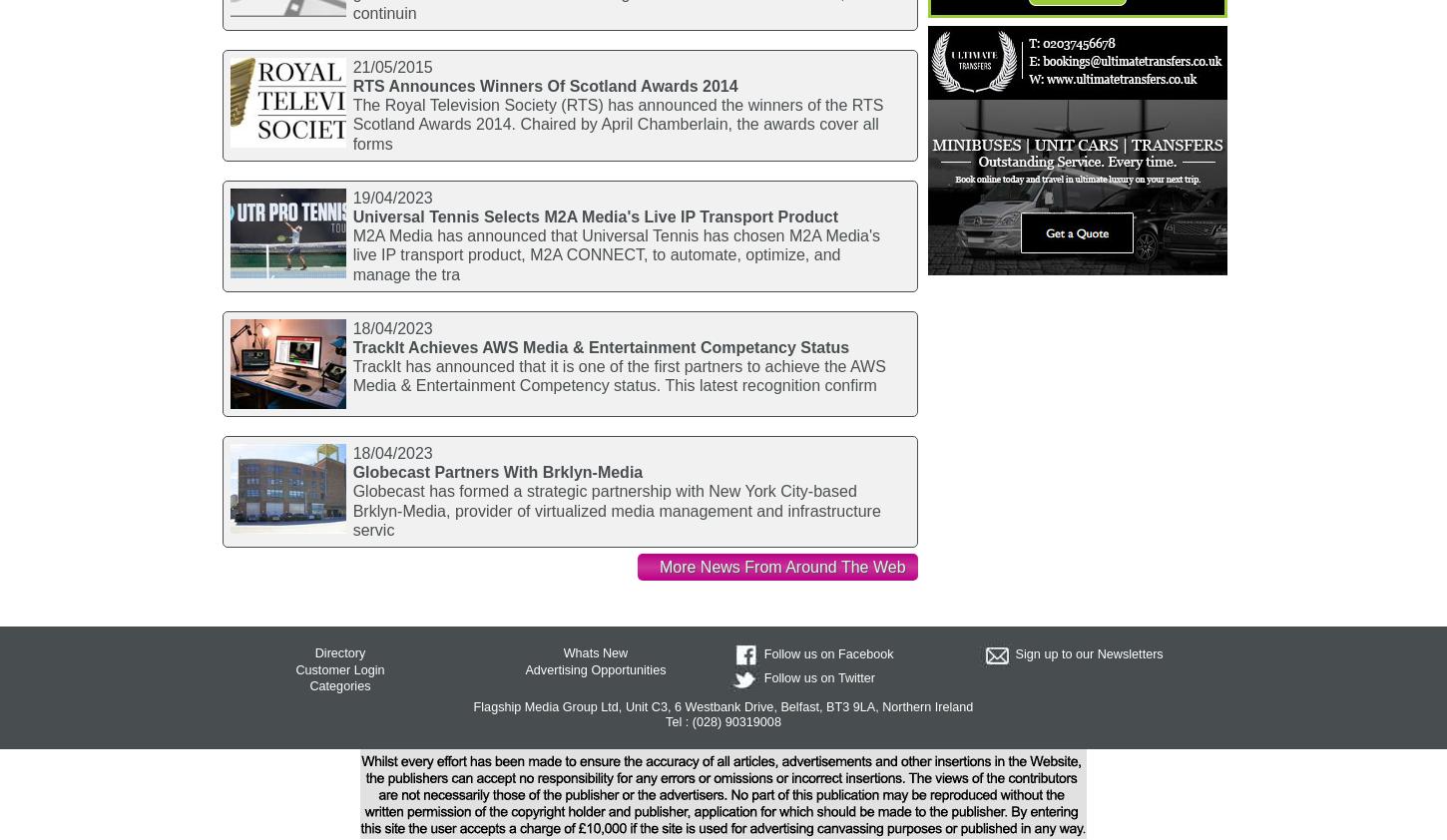 This screenshot has width=1447, height=840. What do you see at coordinates (601, 347) in the screenshot?
I see `'TrackIt Achieves AWS Media & Entertainment Competancy Status'` at bounding box center [601, 347].